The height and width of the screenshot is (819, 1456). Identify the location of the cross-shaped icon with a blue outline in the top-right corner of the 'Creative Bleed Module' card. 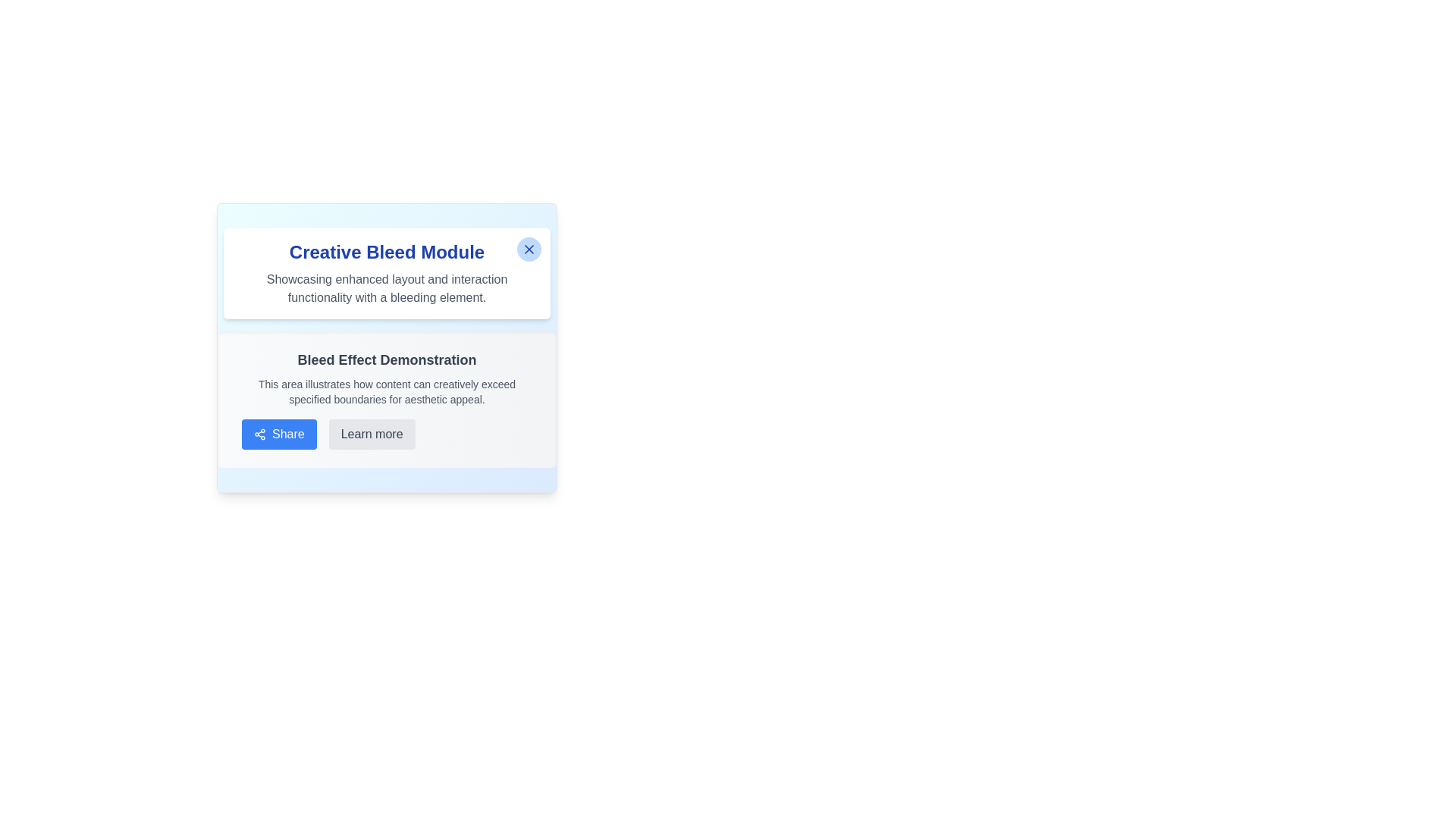
(529, 248).